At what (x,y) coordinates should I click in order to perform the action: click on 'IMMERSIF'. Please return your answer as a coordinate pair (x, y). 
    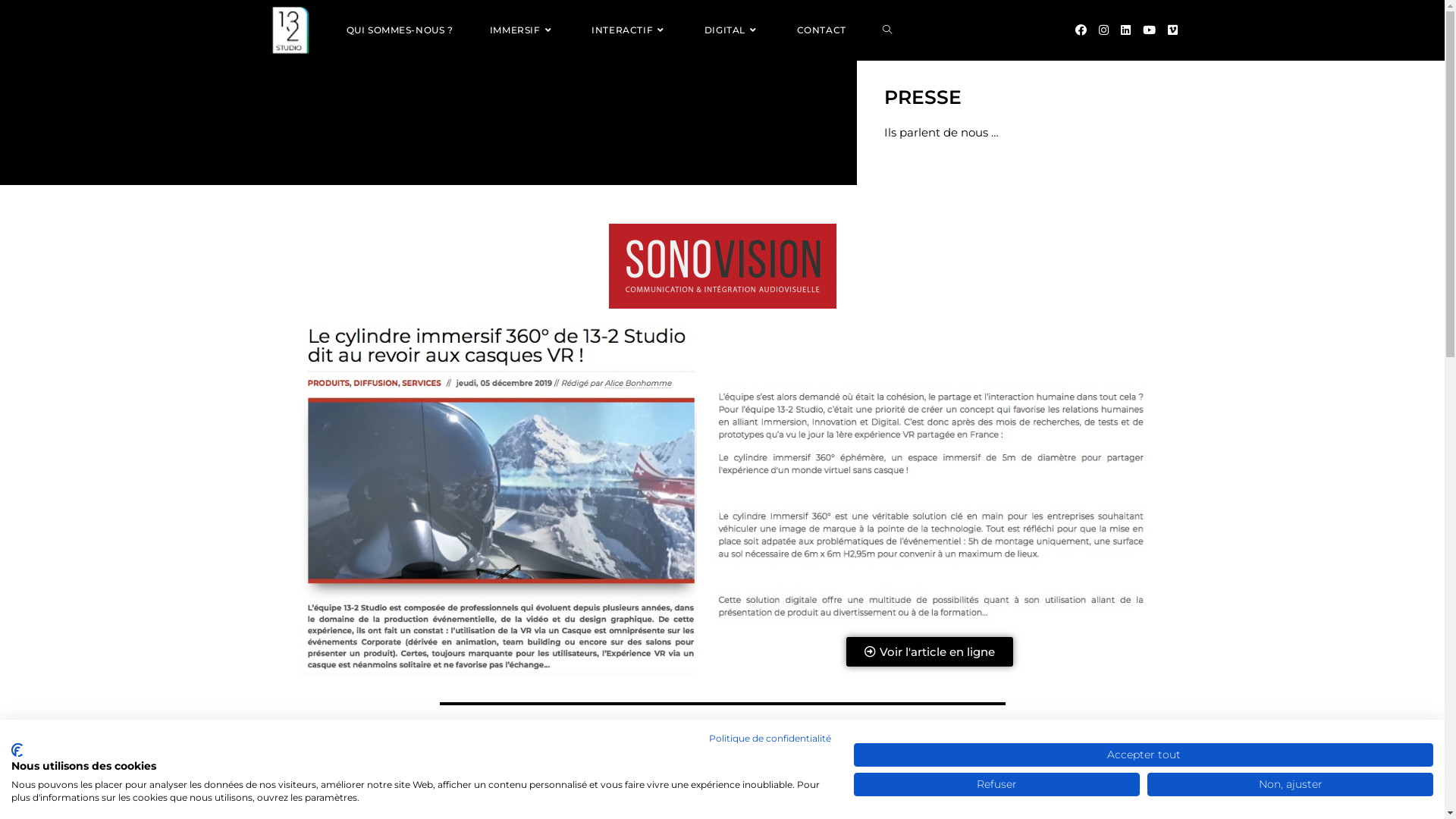
    Looking at the image, I should click on (522, 30).